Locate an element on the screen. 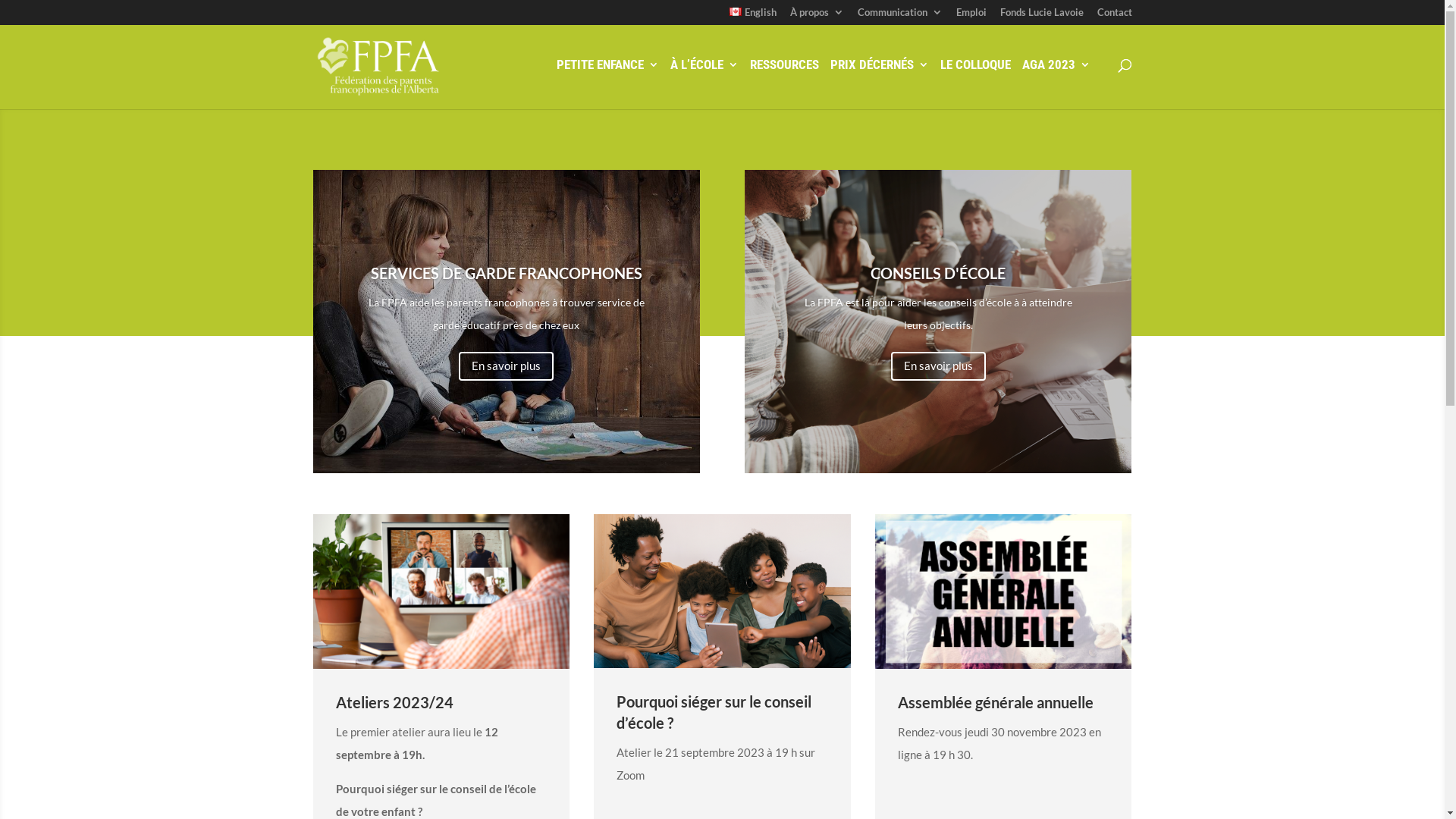  'Contact' is located at coordinates (1113, 16).